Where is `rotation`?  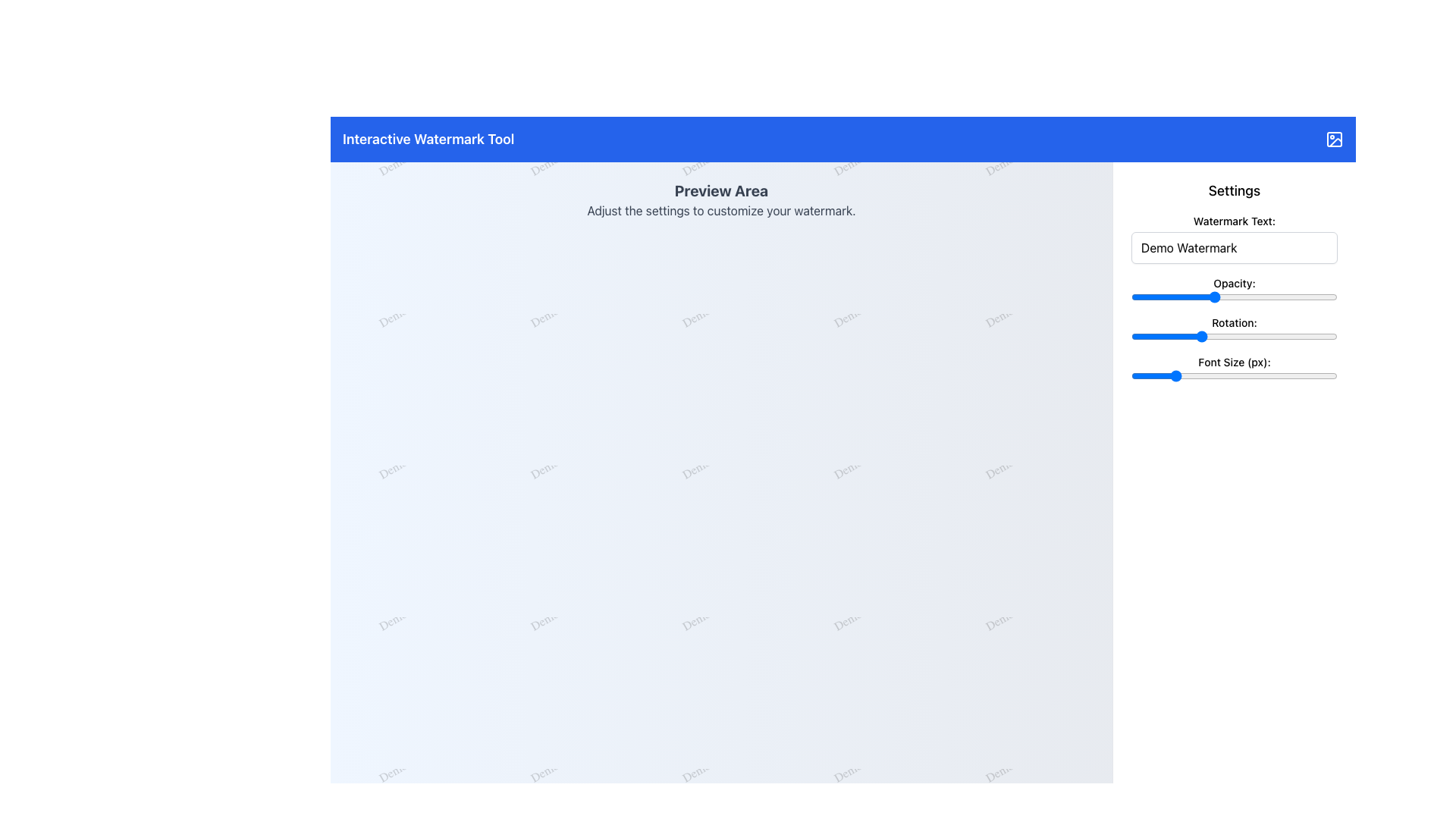
rotation is located at coordinates (1194, 335).